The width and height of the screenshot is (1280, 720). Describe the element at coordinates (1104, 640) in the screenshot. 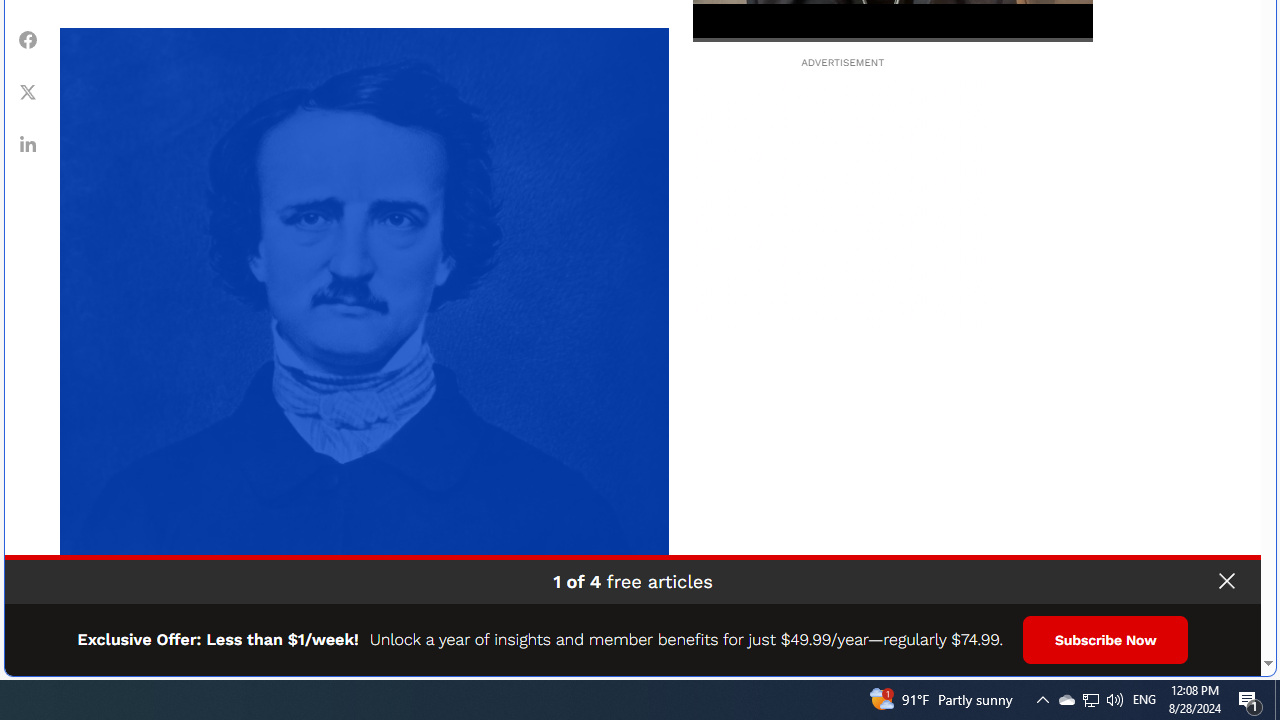

I see `'Subscribe Now'` at that location.